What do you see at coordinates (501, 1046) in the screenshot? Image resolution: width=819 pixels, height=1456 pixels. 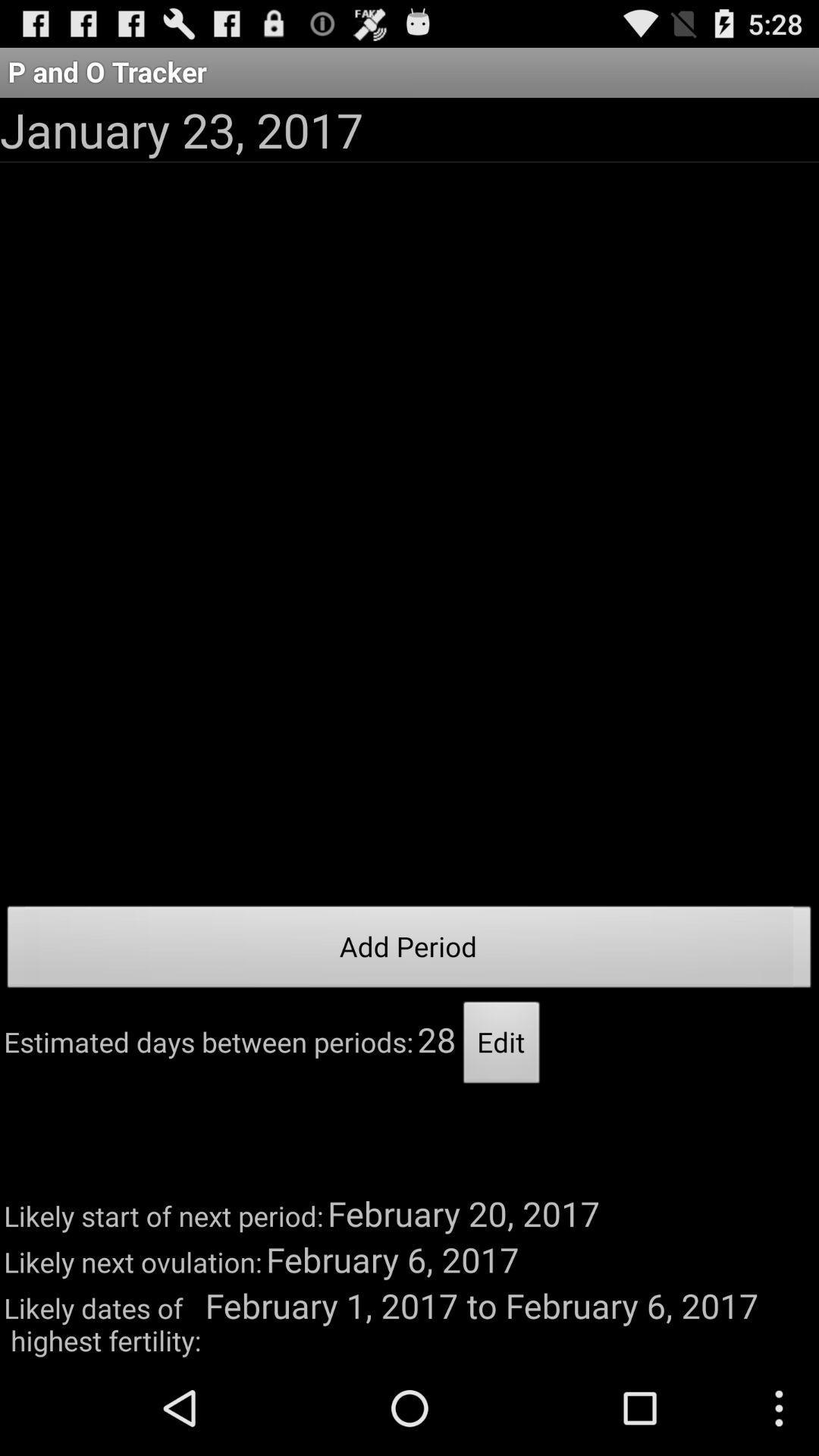 I see `button below the add period icon` at bounding box center [501, 1046].